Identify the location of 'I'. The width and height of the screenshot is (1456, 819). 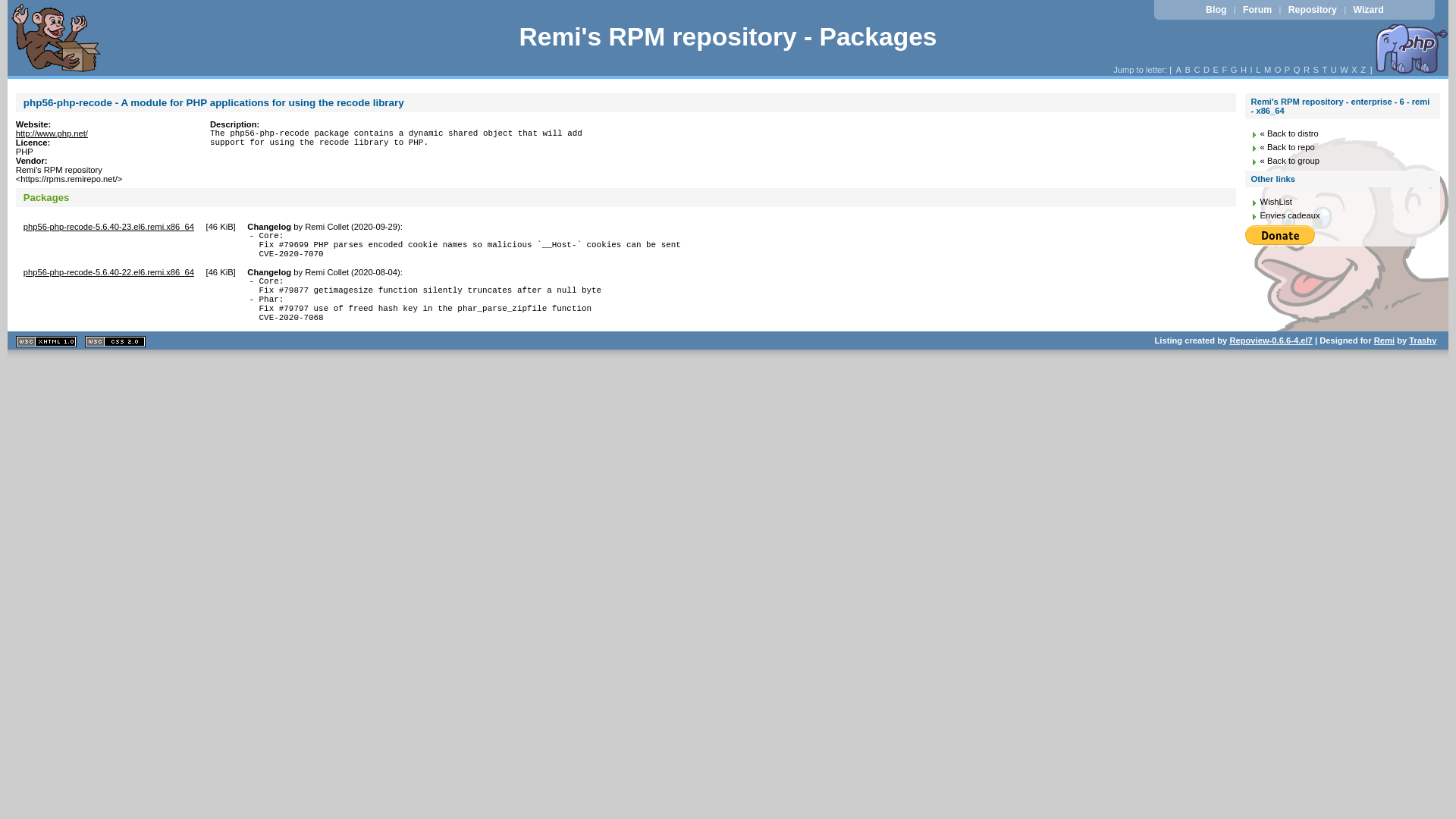
(1251, 70).